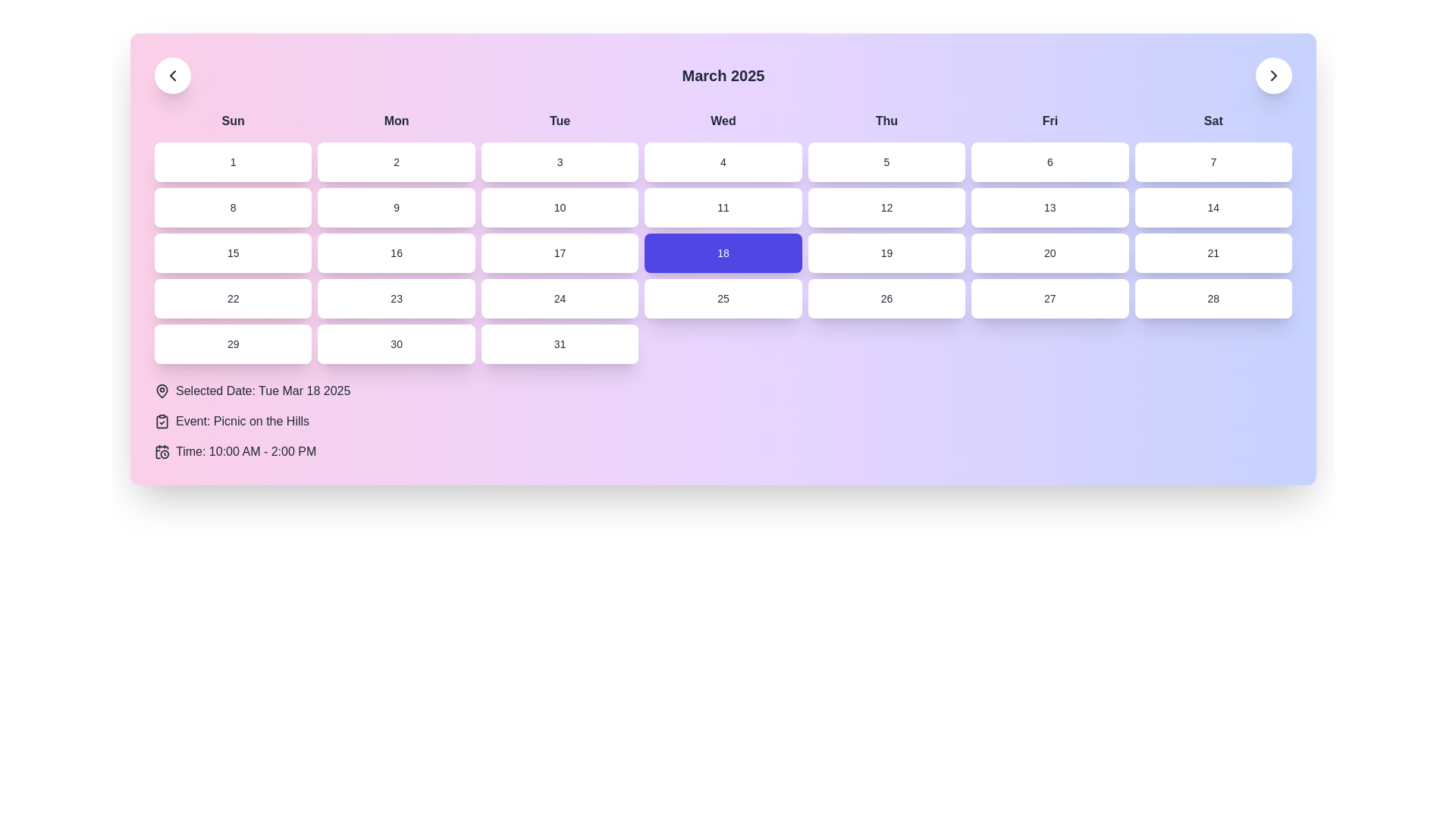  I want to click on the text label displaying 'Event: Picnic on the Hills', which is styled with a readable font and located in the event details section of the interface, so click(243, 421).